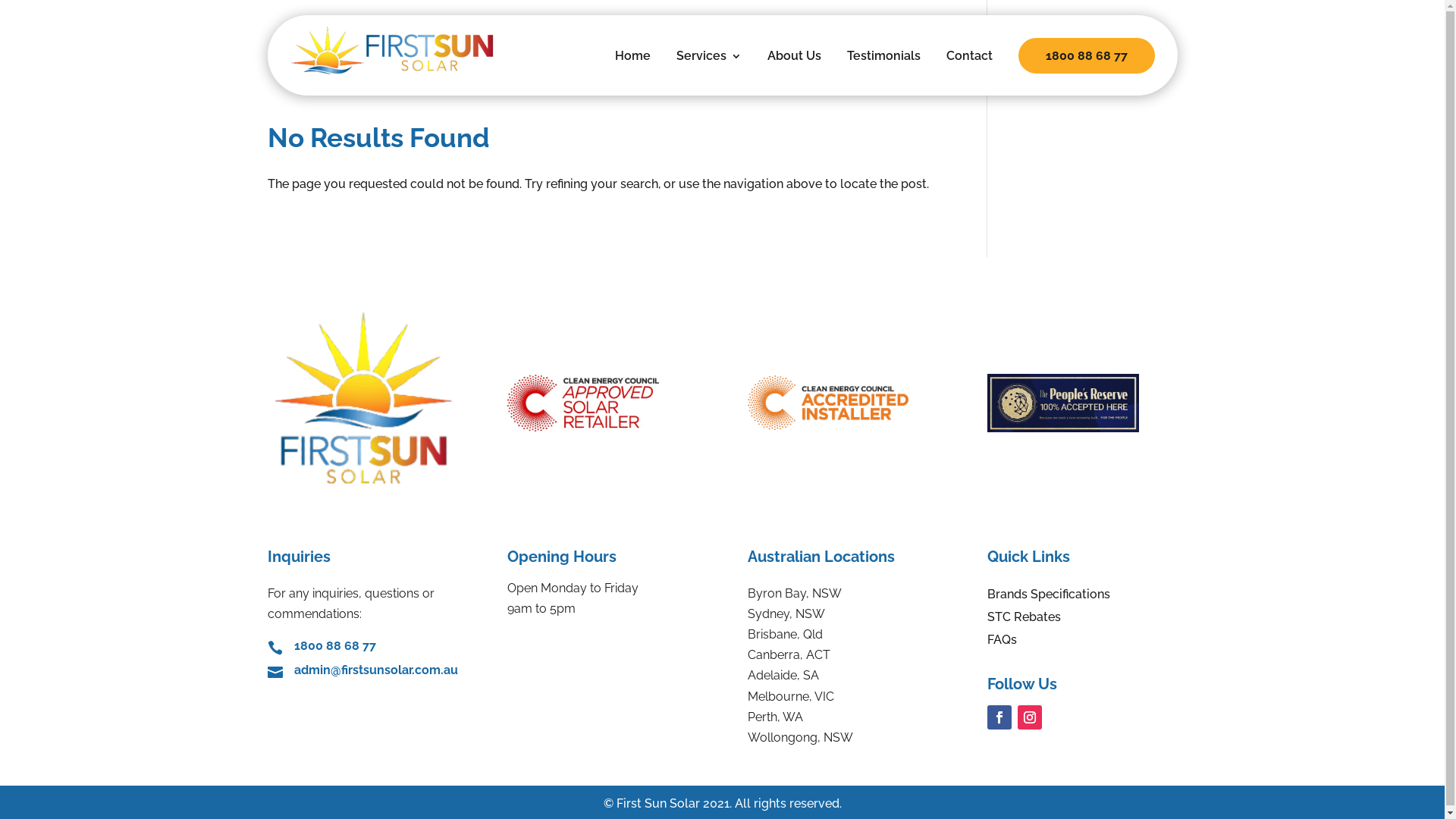 The width and height of the screenshot is (1456, 819). Describe the element at coordinates (1062, 402) in the screenshot. I see `'TPR gold logo'` at that location.